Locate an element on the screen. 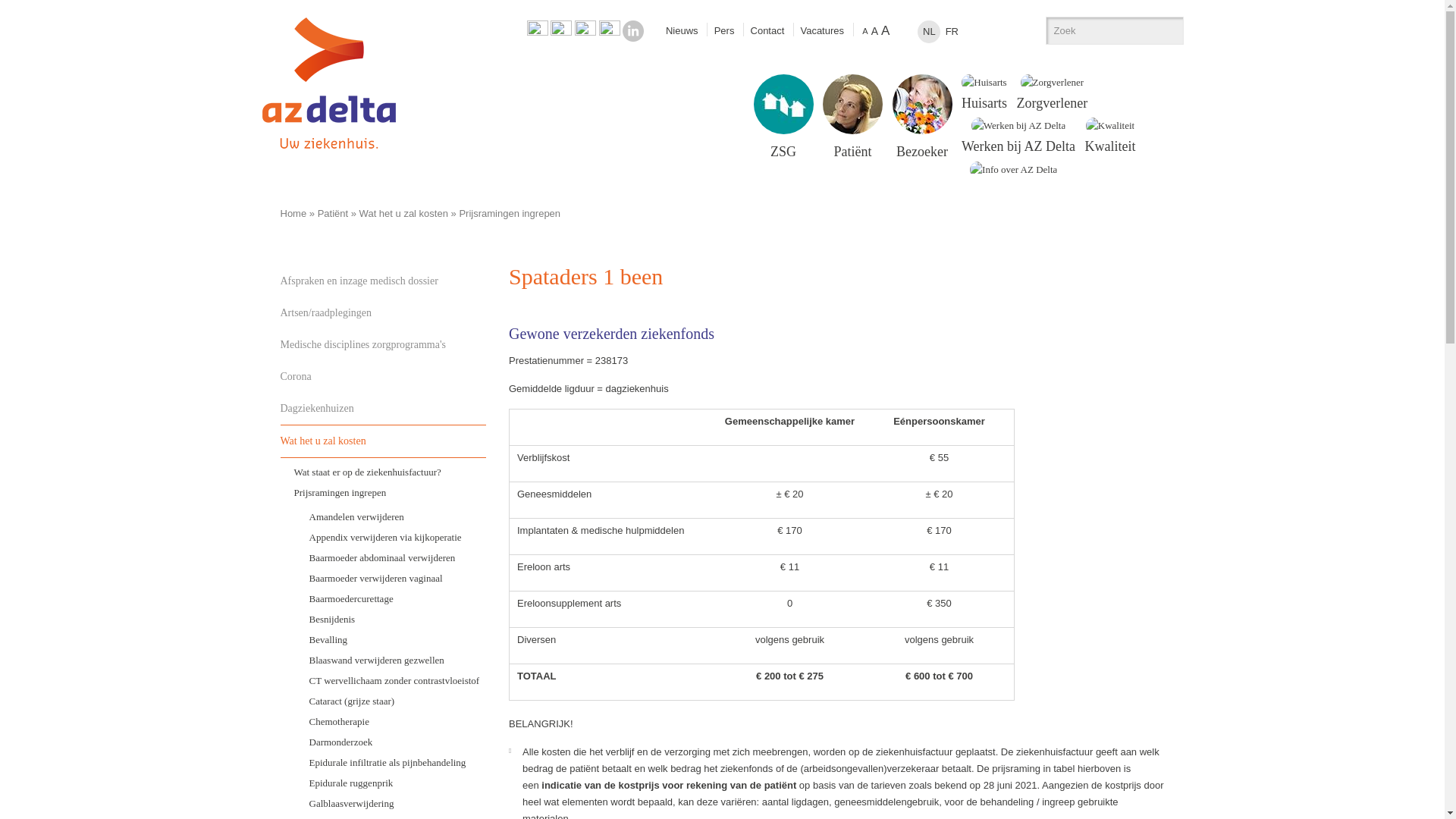 Image resolution: width=1456 pixels, height=819 pixels. 'Wat het u zal kosten' is located at coordinates (280, 441).